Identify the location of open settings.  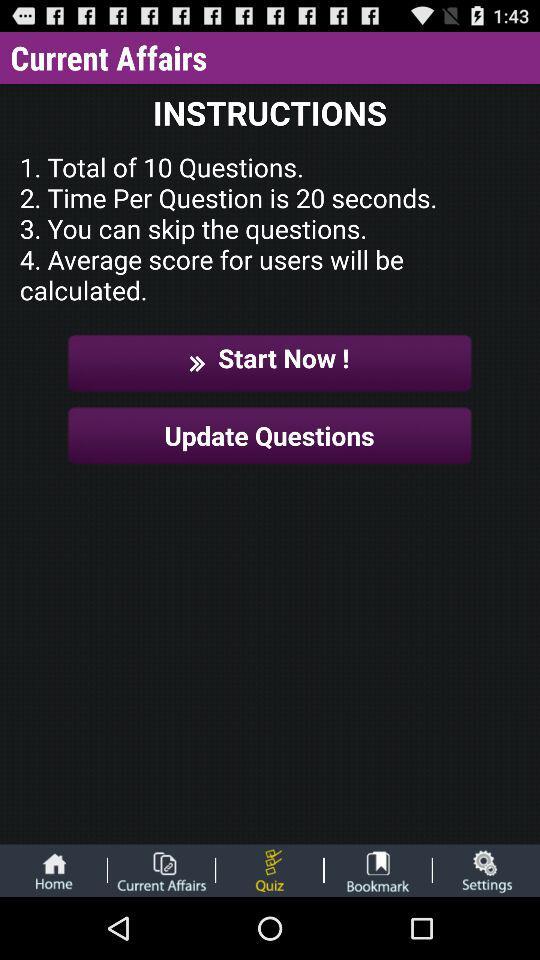
(485, 869).